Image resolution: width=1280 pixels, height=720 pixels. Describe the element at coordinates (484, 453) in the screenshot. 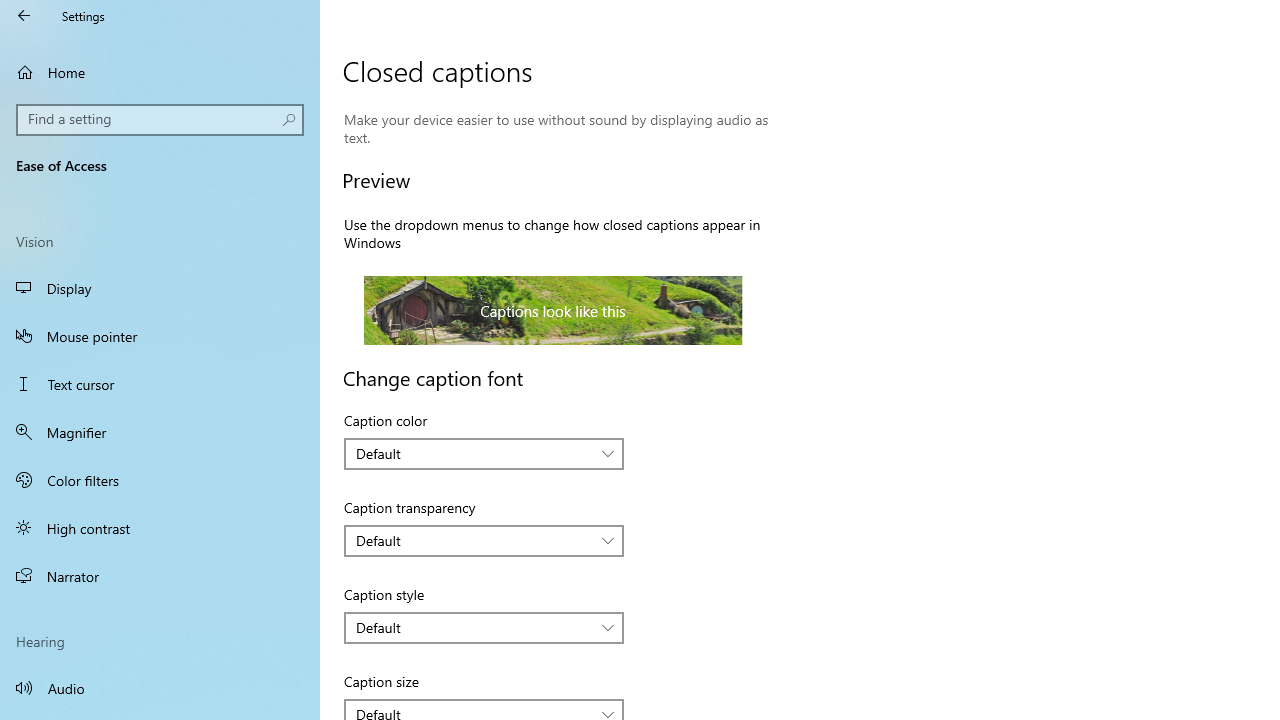

I see `'Caption color'` at that location.